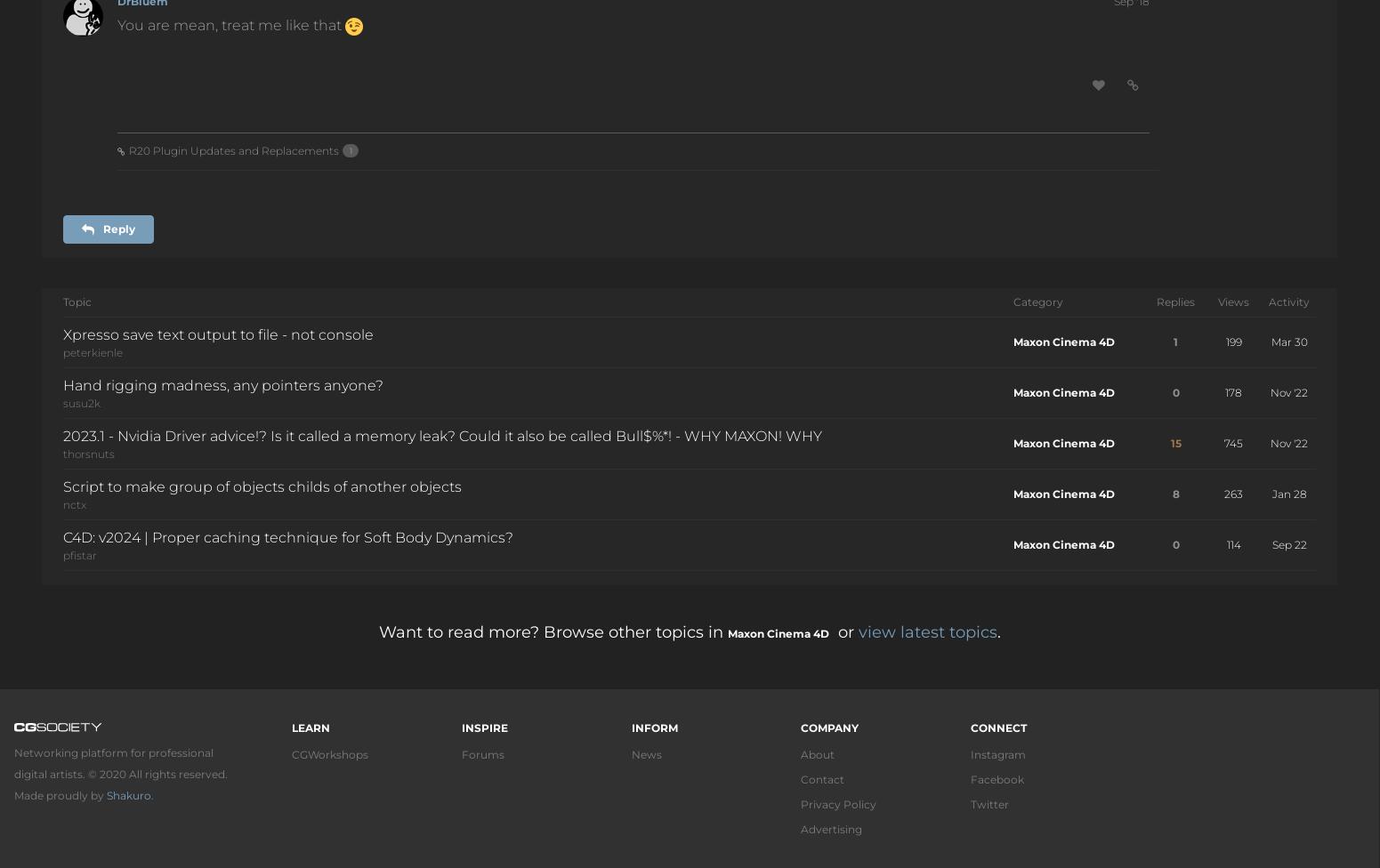 The image size is (1380, 868). I want to click on 'Want to read more? Browse other topics in', so click(552, 631).